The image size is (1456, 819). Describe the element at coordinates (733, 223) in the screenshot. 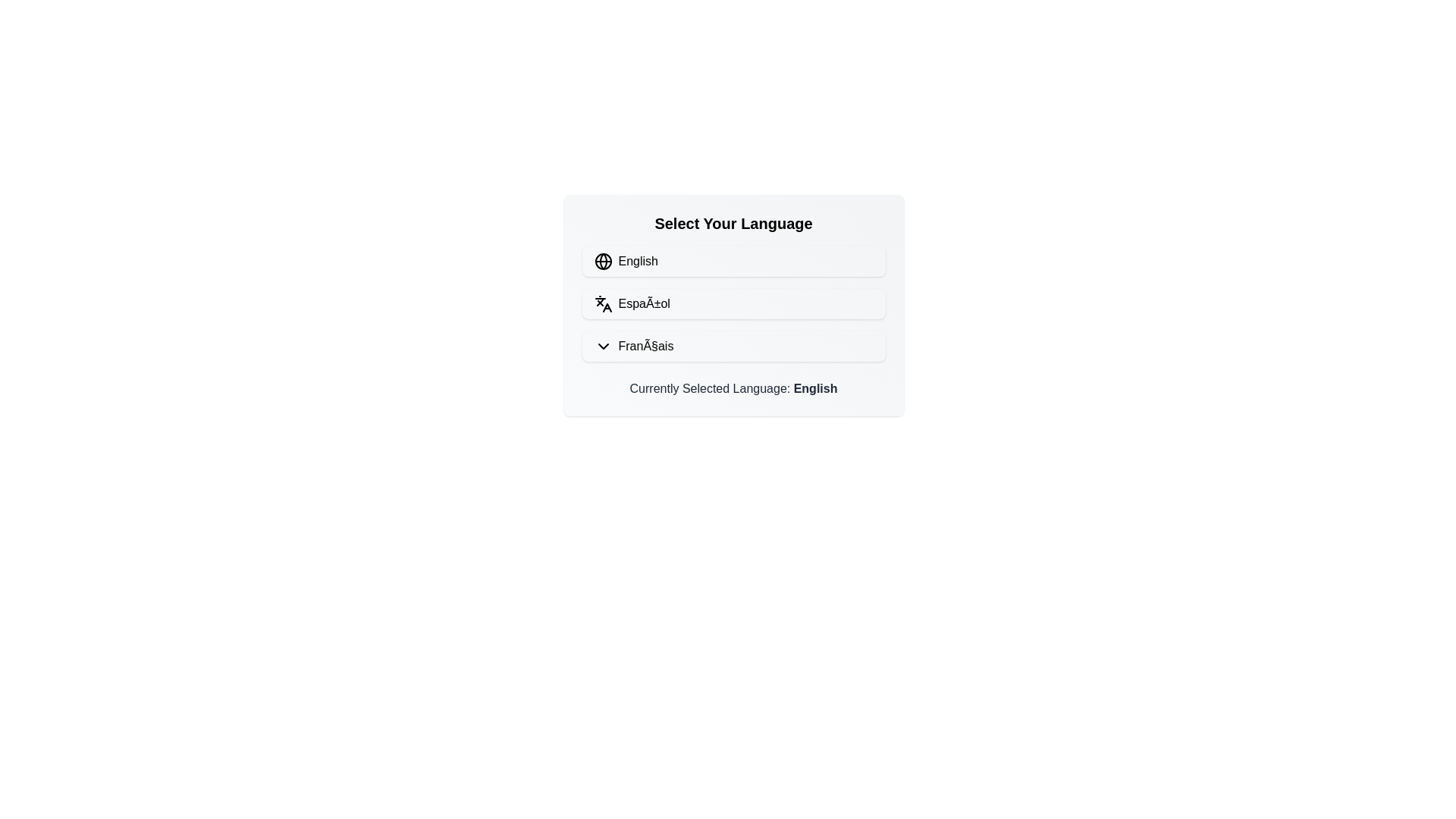

I see `bold, center-aligned header text 'Select Your Language' located at the top of the language selection card` at that location.